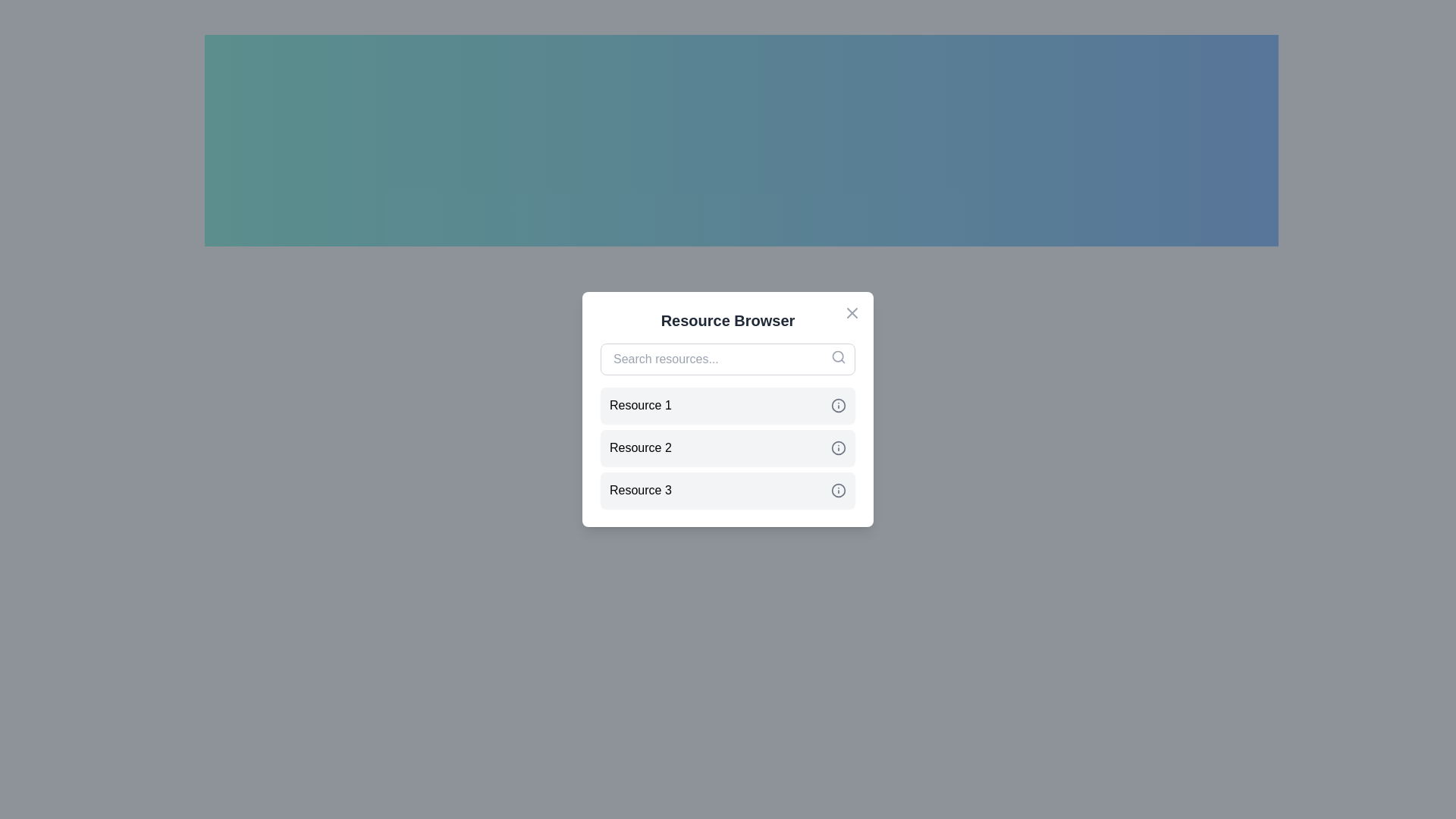  I want to click on the circular graphic icon representing information next to 'Resource 3' in the Resource Browser panel, so click(837, 491).